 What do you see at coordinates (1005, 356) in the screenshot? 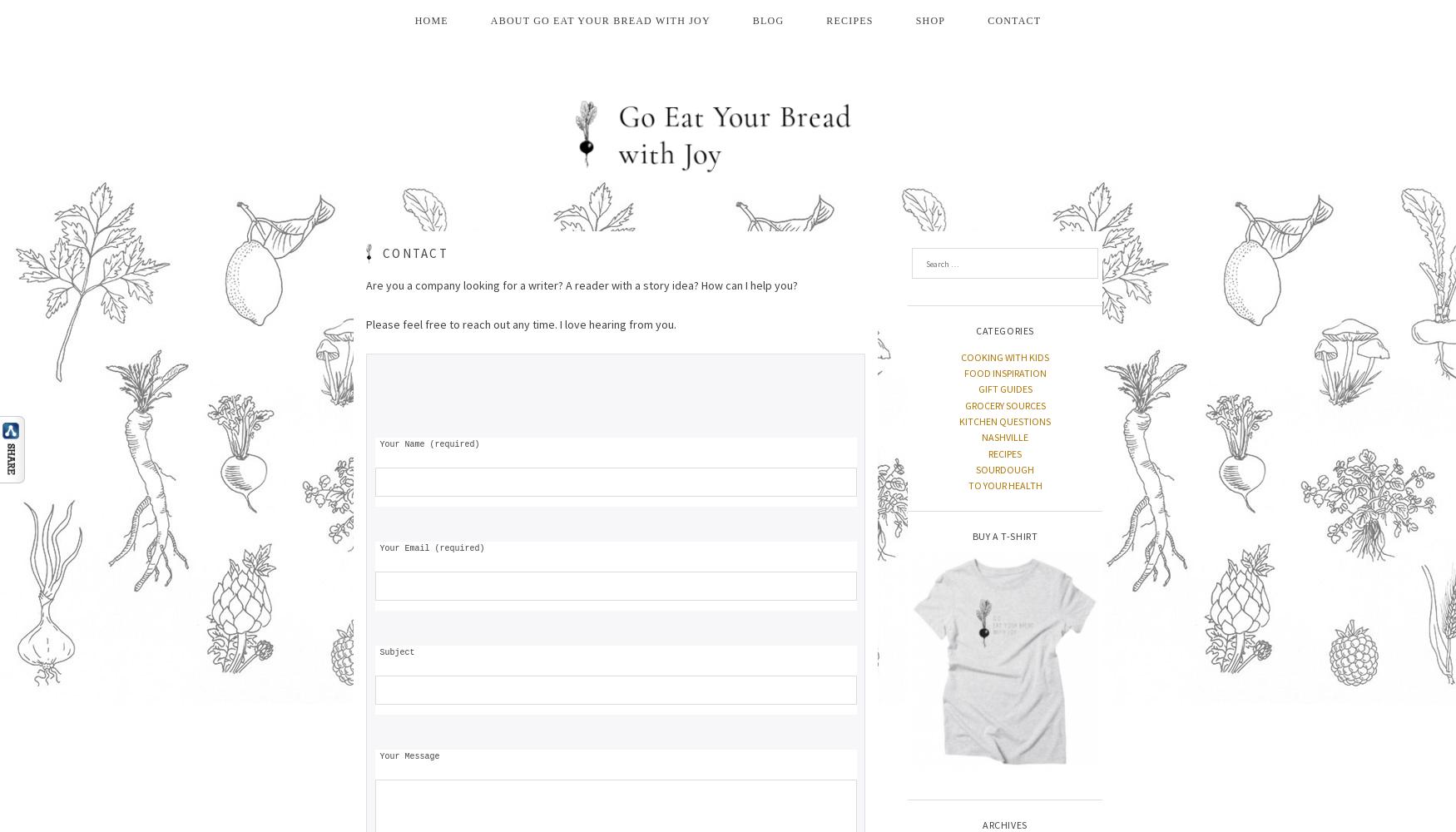
I see `'COOKING WITH KIDS'` at bounding box center [1005, 356].